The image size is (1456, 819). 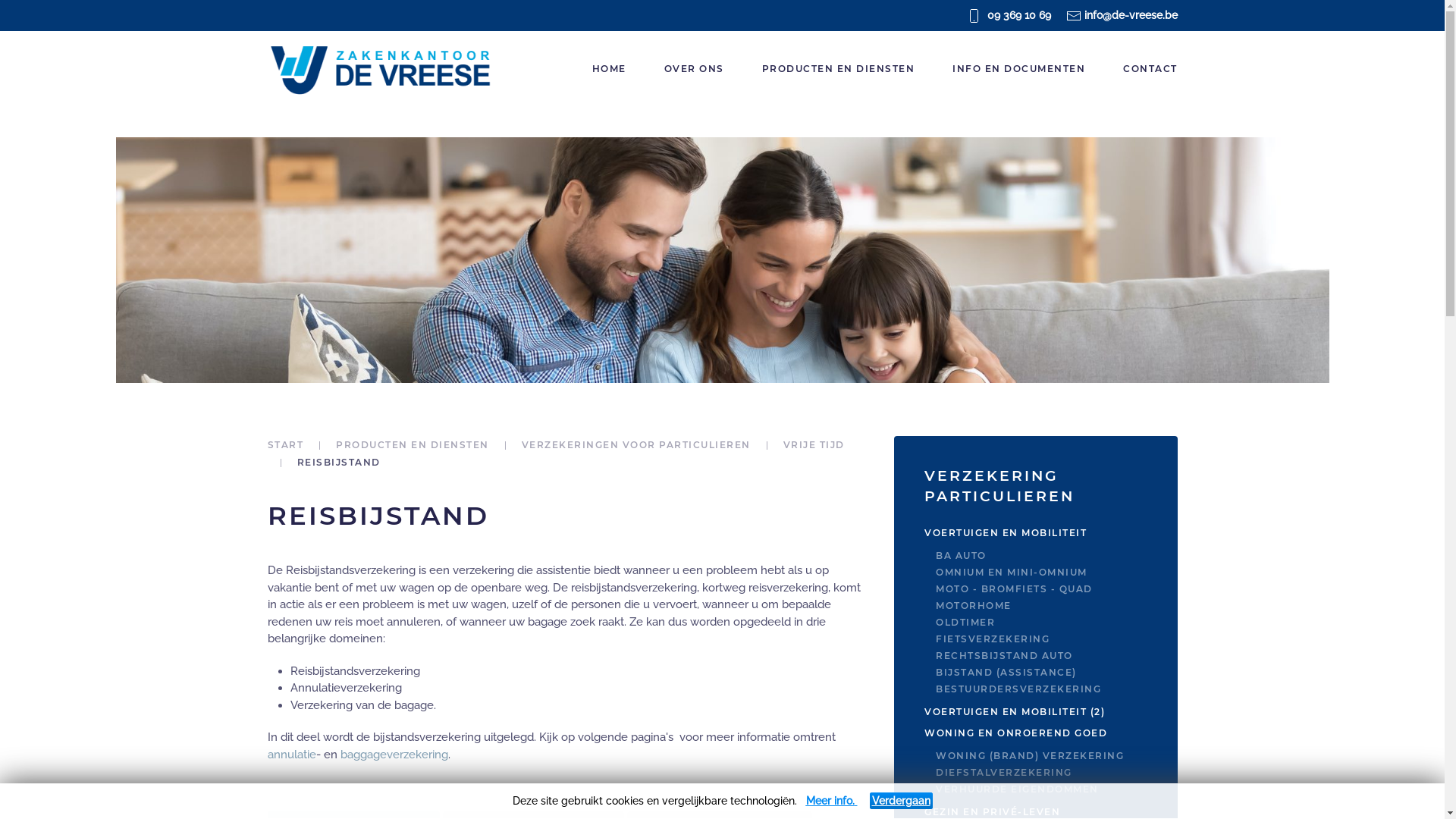 What do you see at coordinates (1055, 573) in the screenshot?
I see `'OMNIUM EN MINI-OMNIUM'` at bounding box center [1055, 573].